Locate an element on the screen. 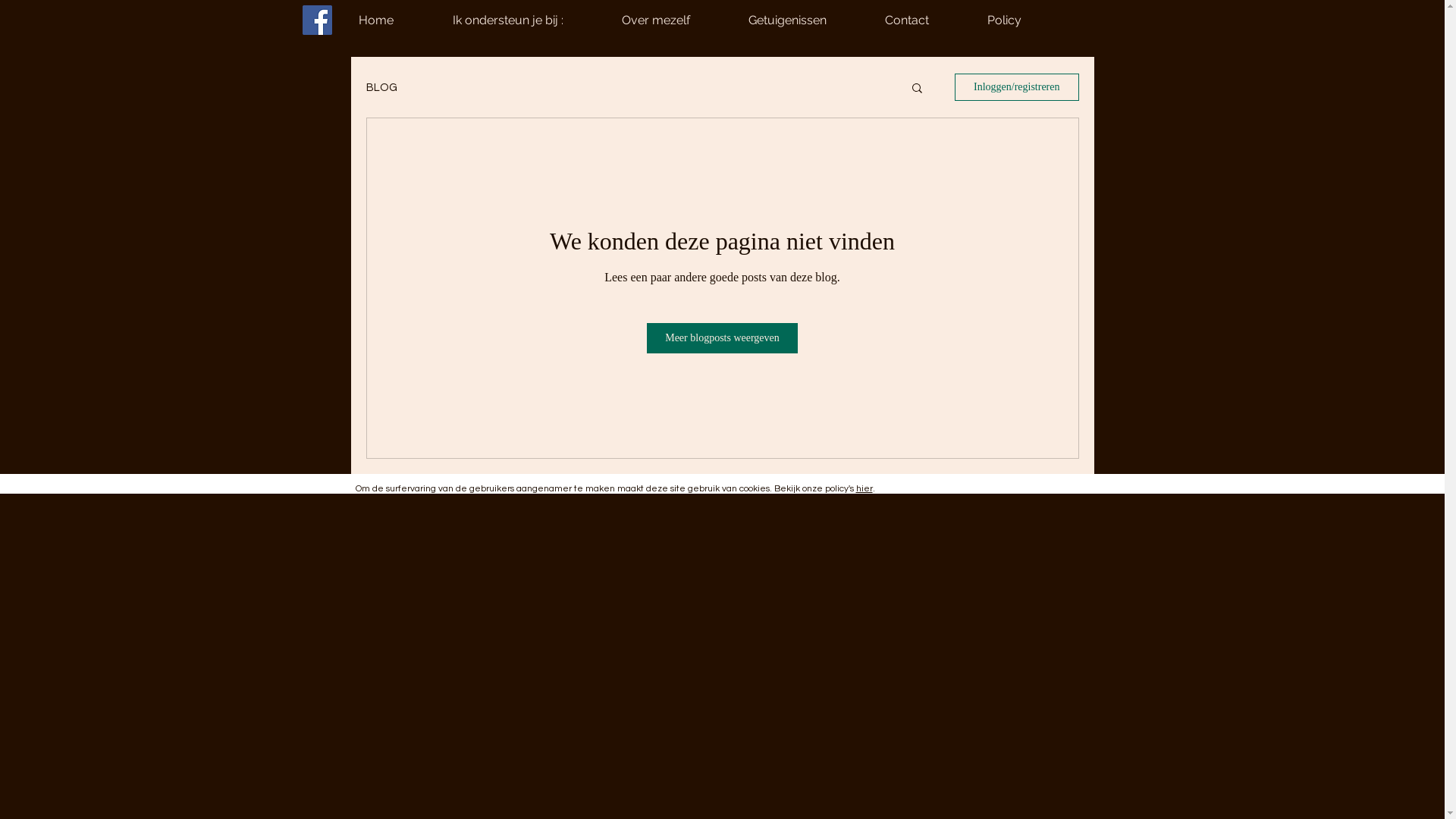 The height and width of the screenshot is (819, 1456). 'Policy' is located at coordinates (1026, 20).